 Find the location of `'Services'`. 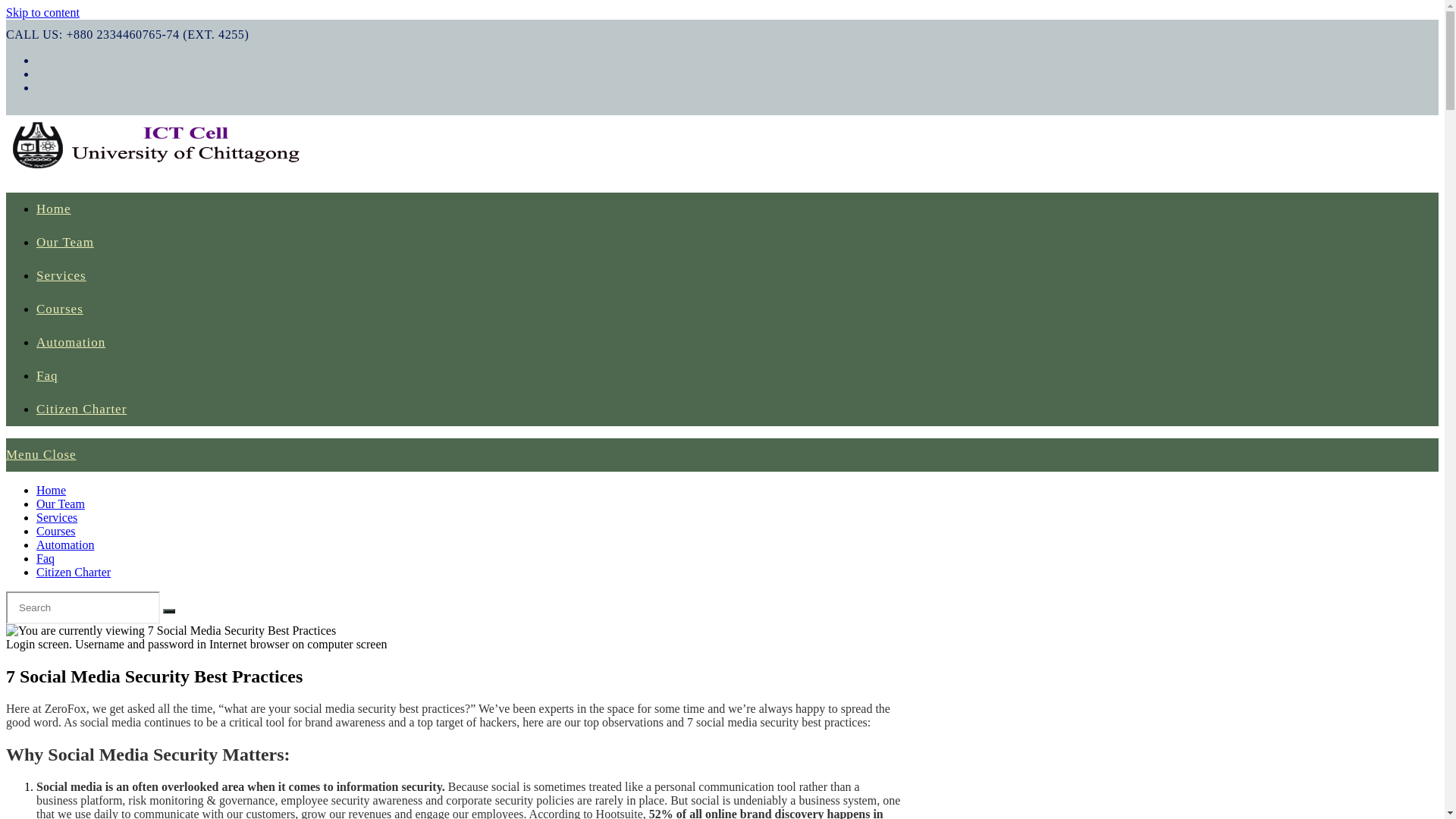

'Services' is located at coordinates (61, 275).